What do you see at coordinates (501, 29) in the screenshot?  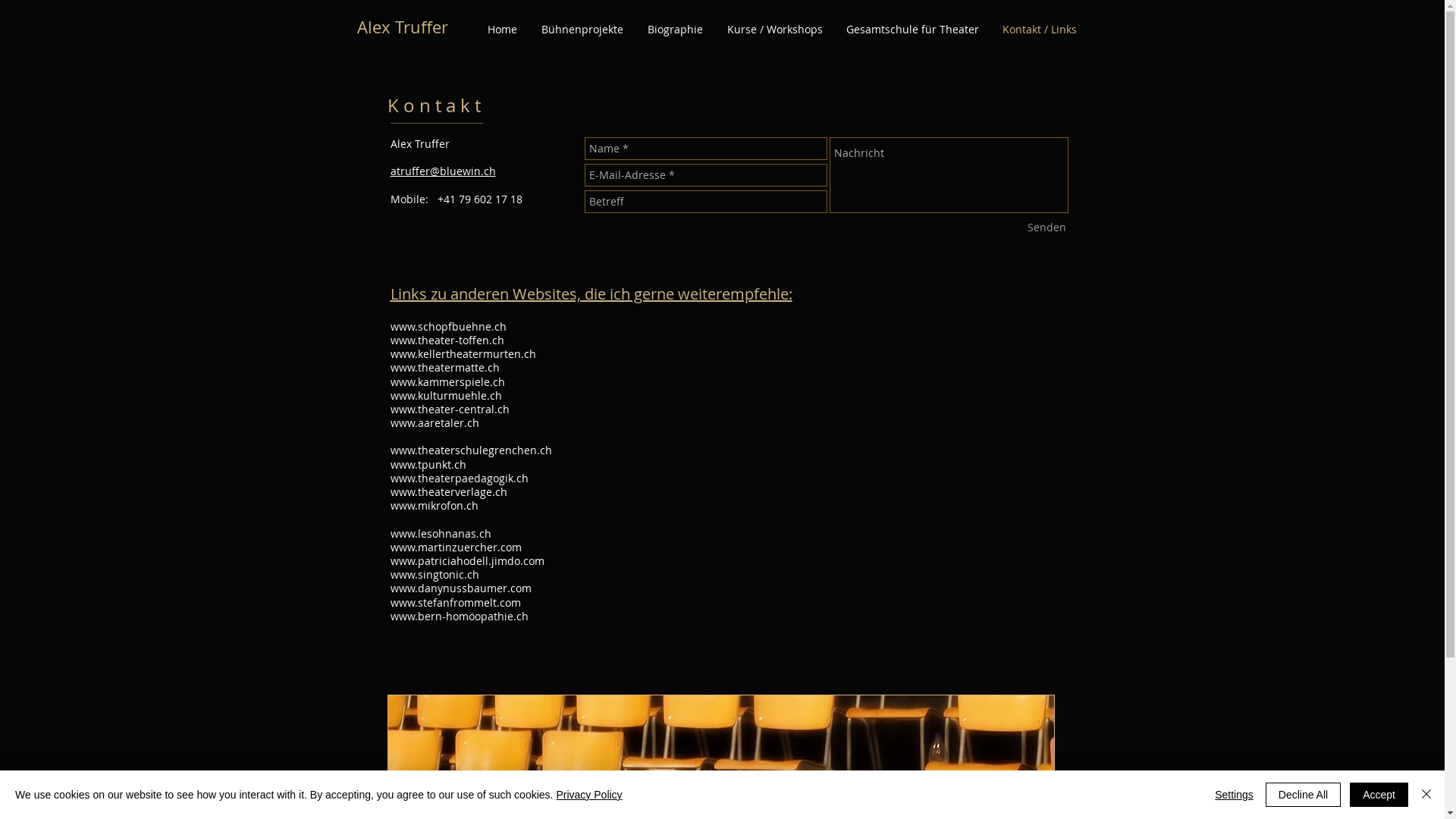 I see `'Home'` at bounding box center [501, 29].